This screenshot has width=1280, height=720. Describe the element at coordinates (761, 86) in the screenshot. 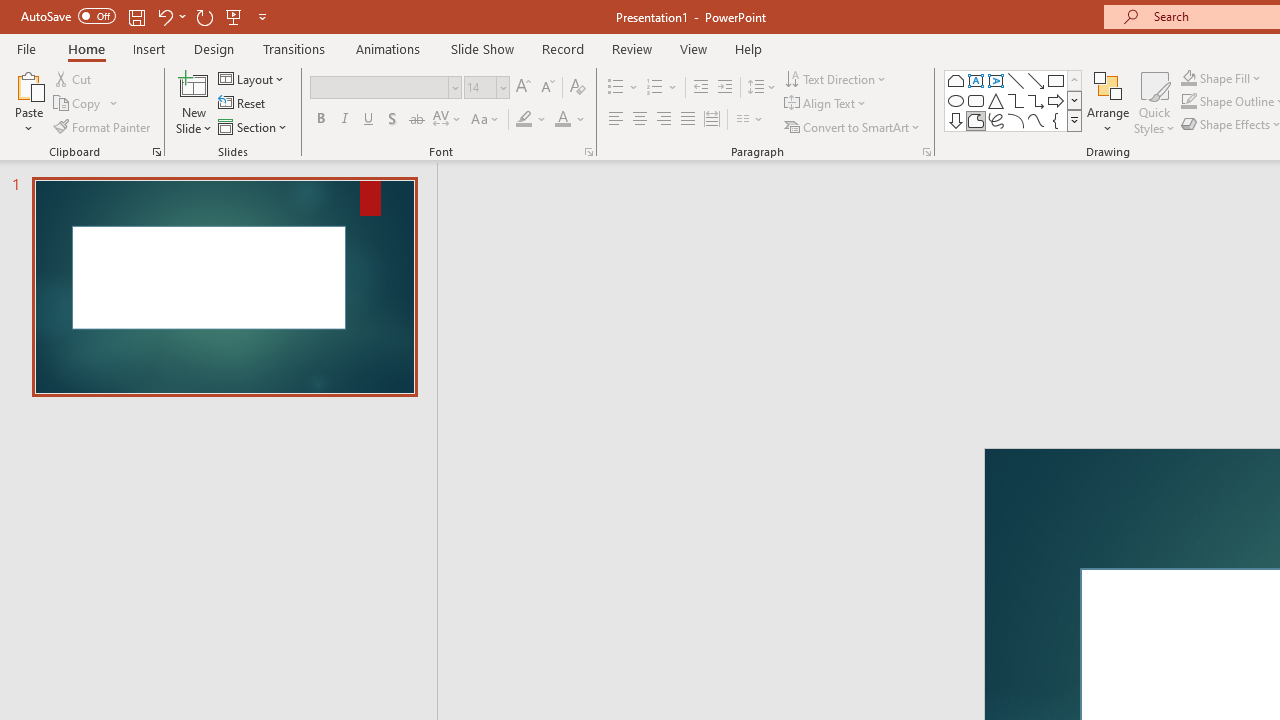

I see `'Line Spacing'` at that location.